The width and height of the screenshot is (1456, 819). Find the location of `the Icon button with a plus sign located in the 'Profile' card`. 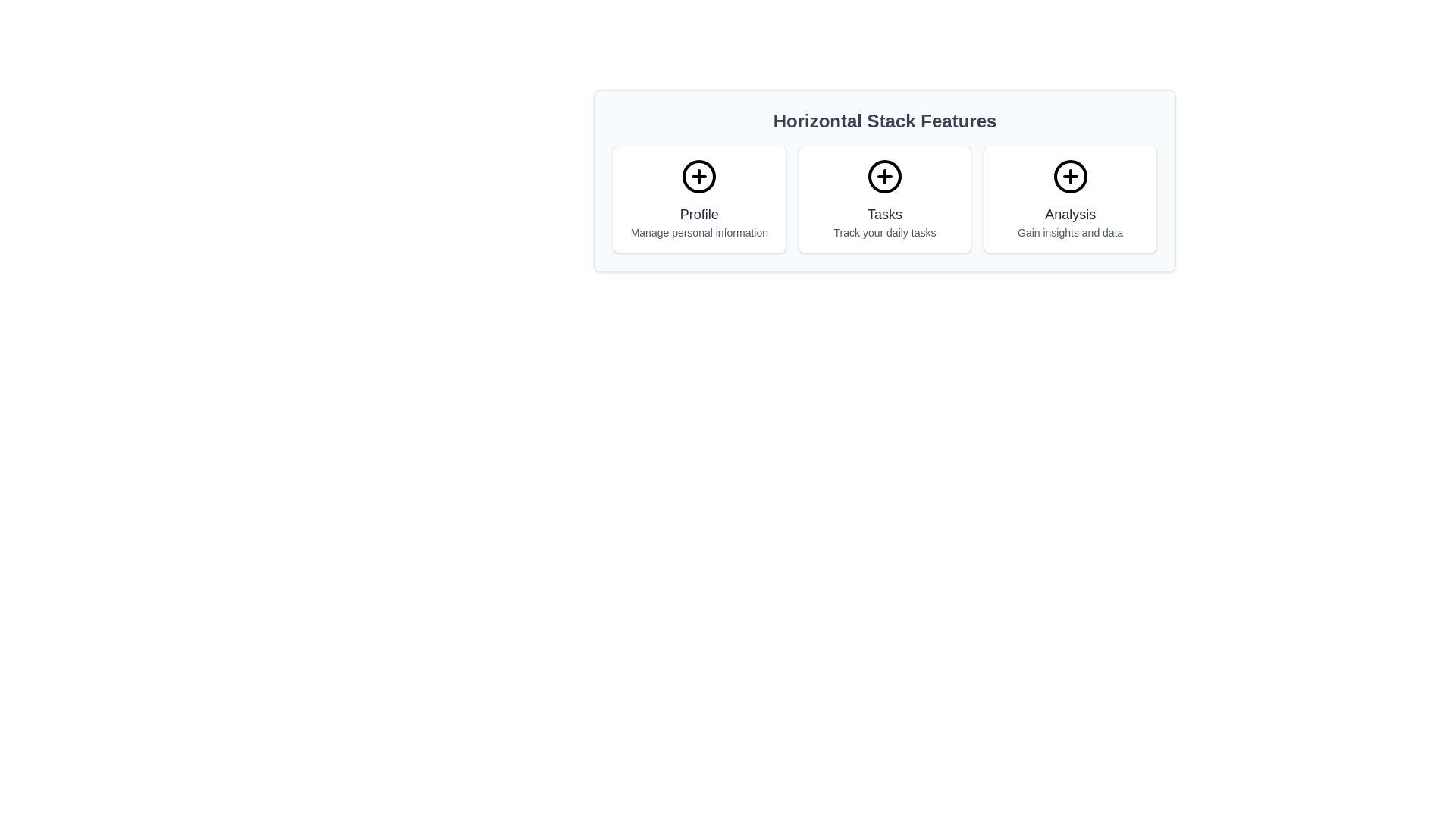

the Icon button with a plus sign located in the 'Profile' card is located at coordinates (698, 175).